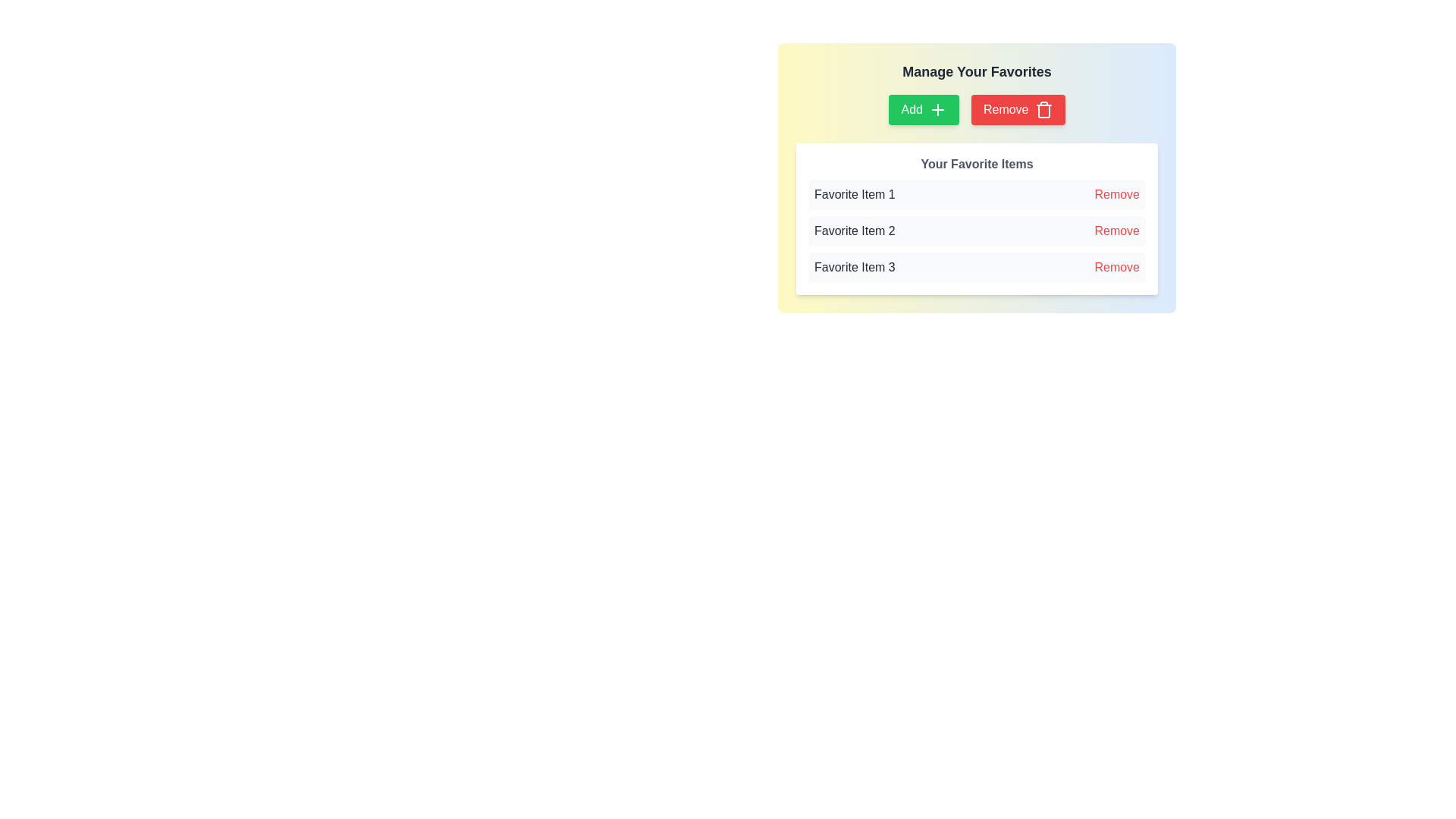 This screenshot has height=819, width=1456. Describe the element at coordinates (977, 109) in the screenshot. I see `the buttons in the control panel located below the 'Manage Your Favorites' header` at that location.